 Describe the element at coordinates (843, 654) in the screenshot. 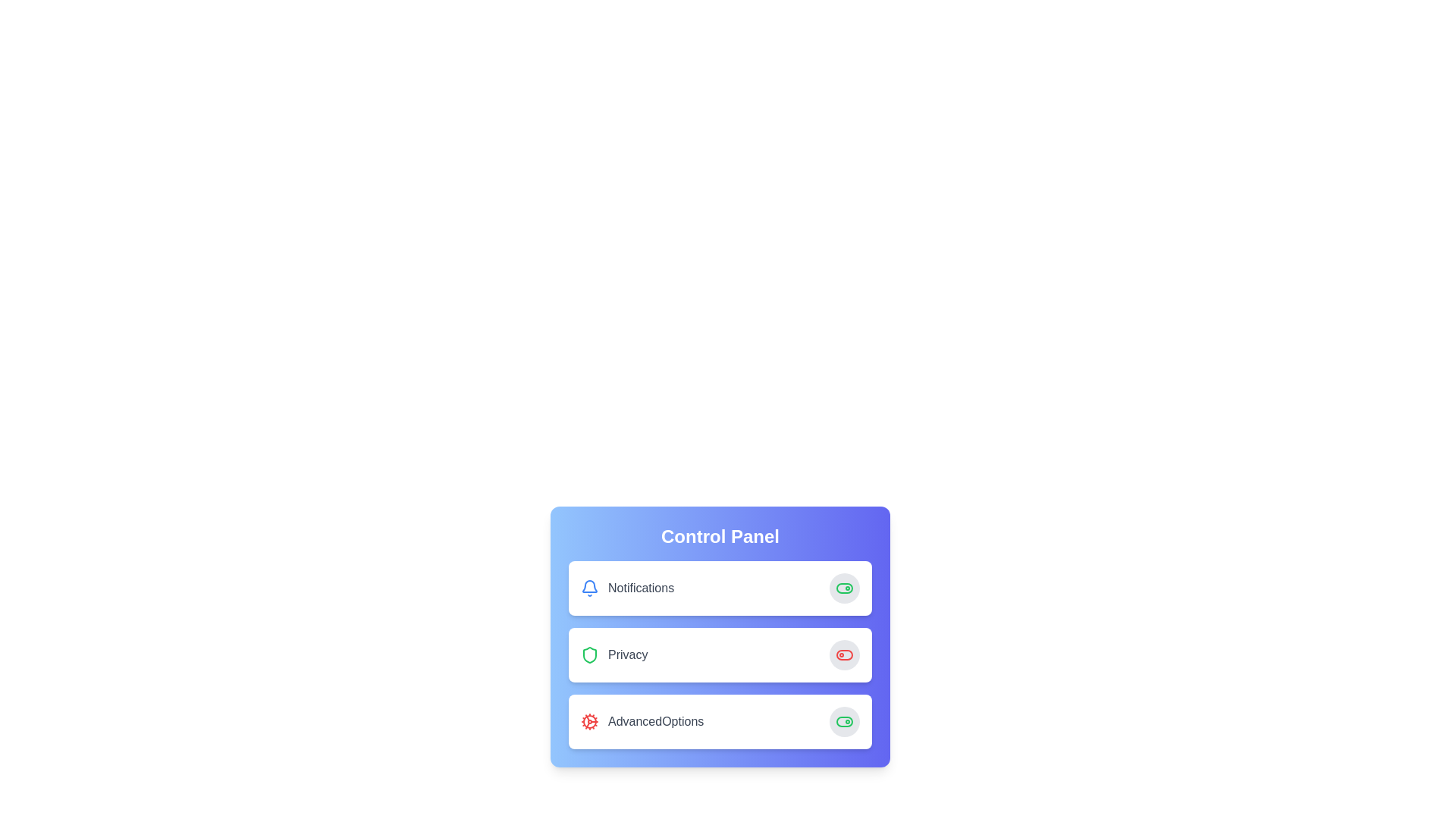

I see `the left side of the toggle button for the 'Privacy' setting in the Control Panel interface` at that location.